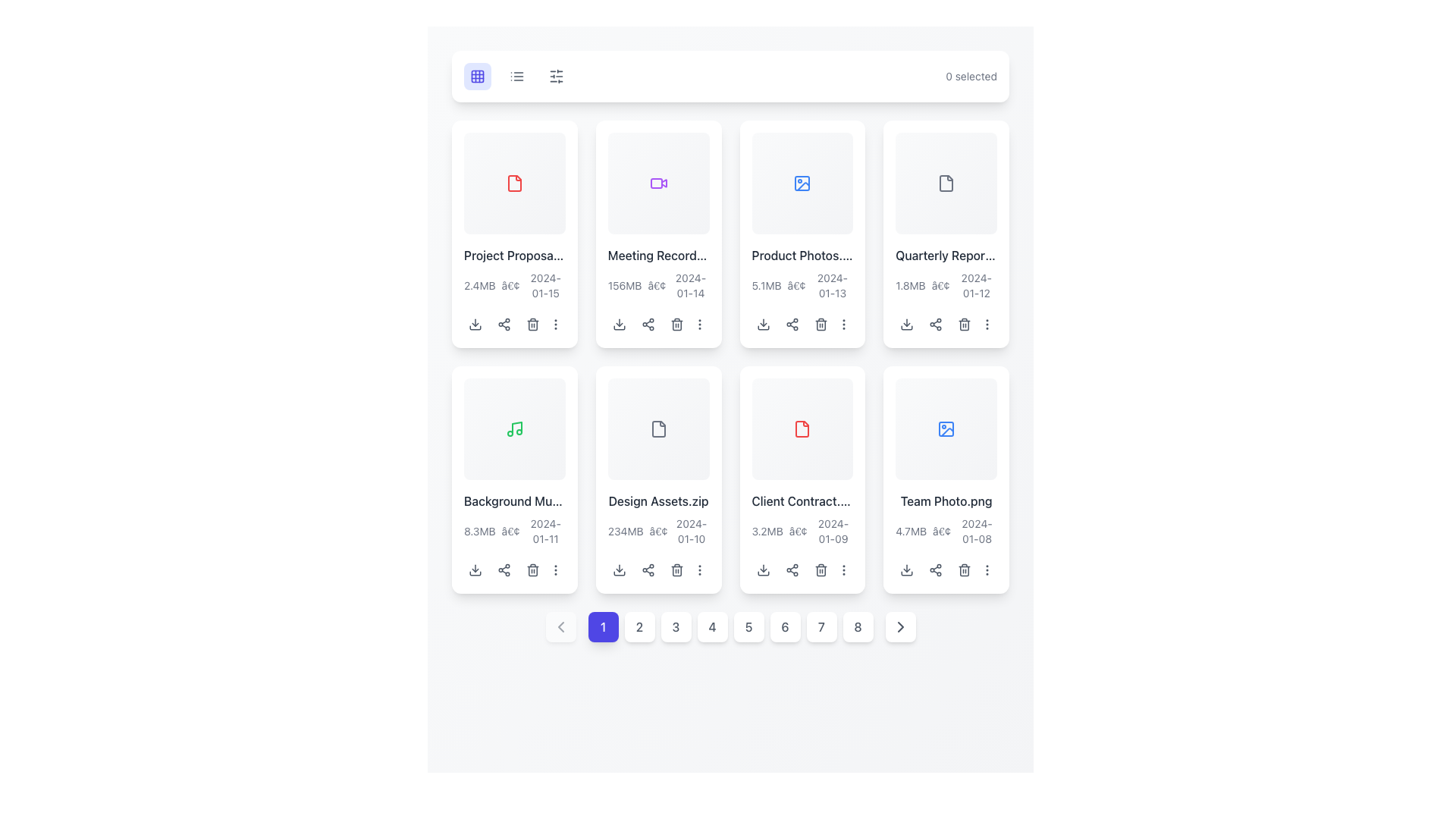 The image size is (1456, 819). Describe the element at coordinates (946, 234) in the screenshot. I see `to select the File card labeled 'Quarterly Report.xlsx' located in the top-right position of the grid layout` at that location.